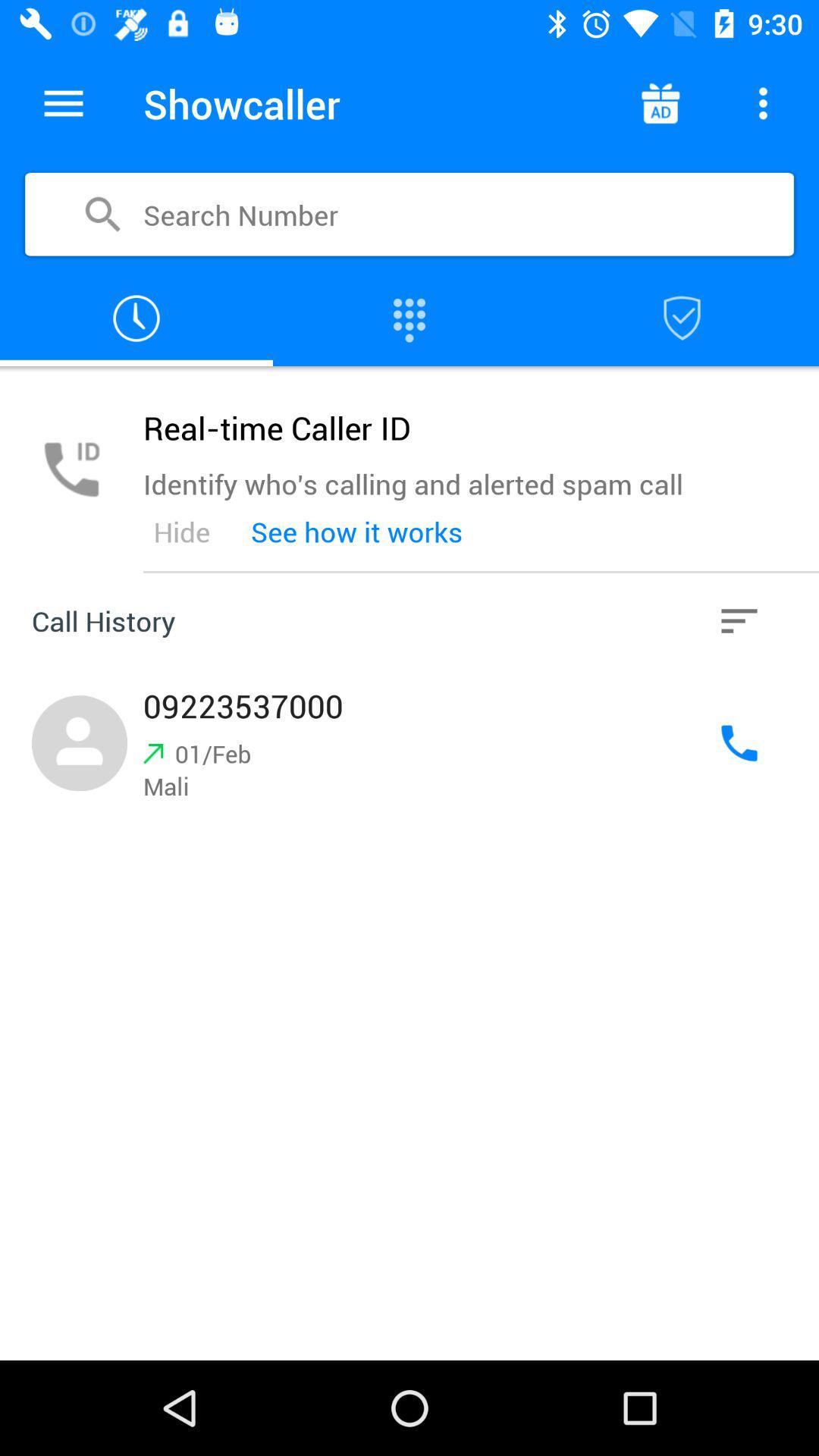 The image size is (819, 1456). What do you see at coordinates (136, 318) in the screenshot?
I see `show the date history` at bounding box center [136, 318].